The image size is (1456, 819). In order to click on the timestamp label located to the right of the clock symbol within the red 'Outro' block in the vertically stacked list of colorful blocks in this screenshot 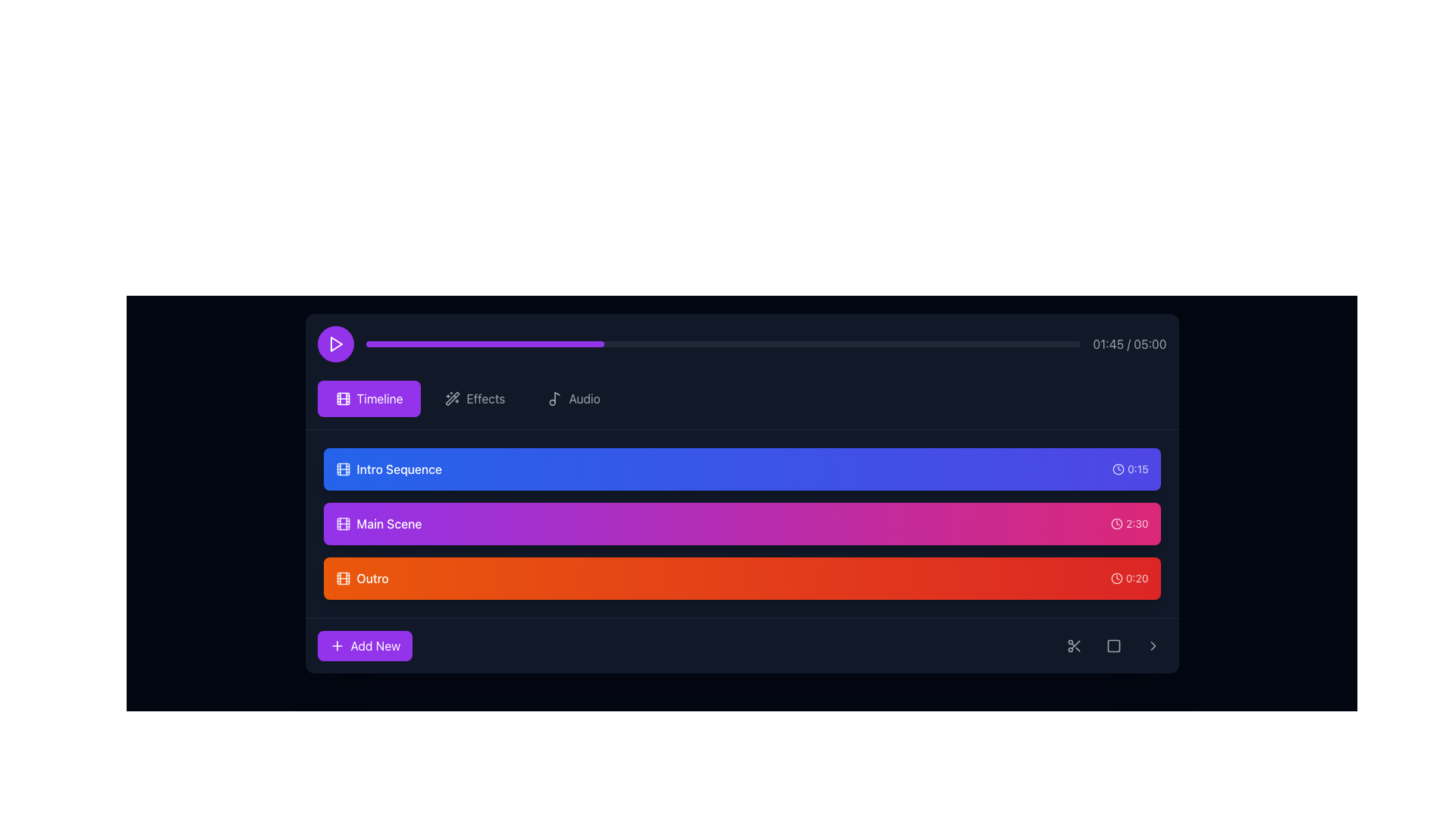, I will do `click(1137, 579)`.